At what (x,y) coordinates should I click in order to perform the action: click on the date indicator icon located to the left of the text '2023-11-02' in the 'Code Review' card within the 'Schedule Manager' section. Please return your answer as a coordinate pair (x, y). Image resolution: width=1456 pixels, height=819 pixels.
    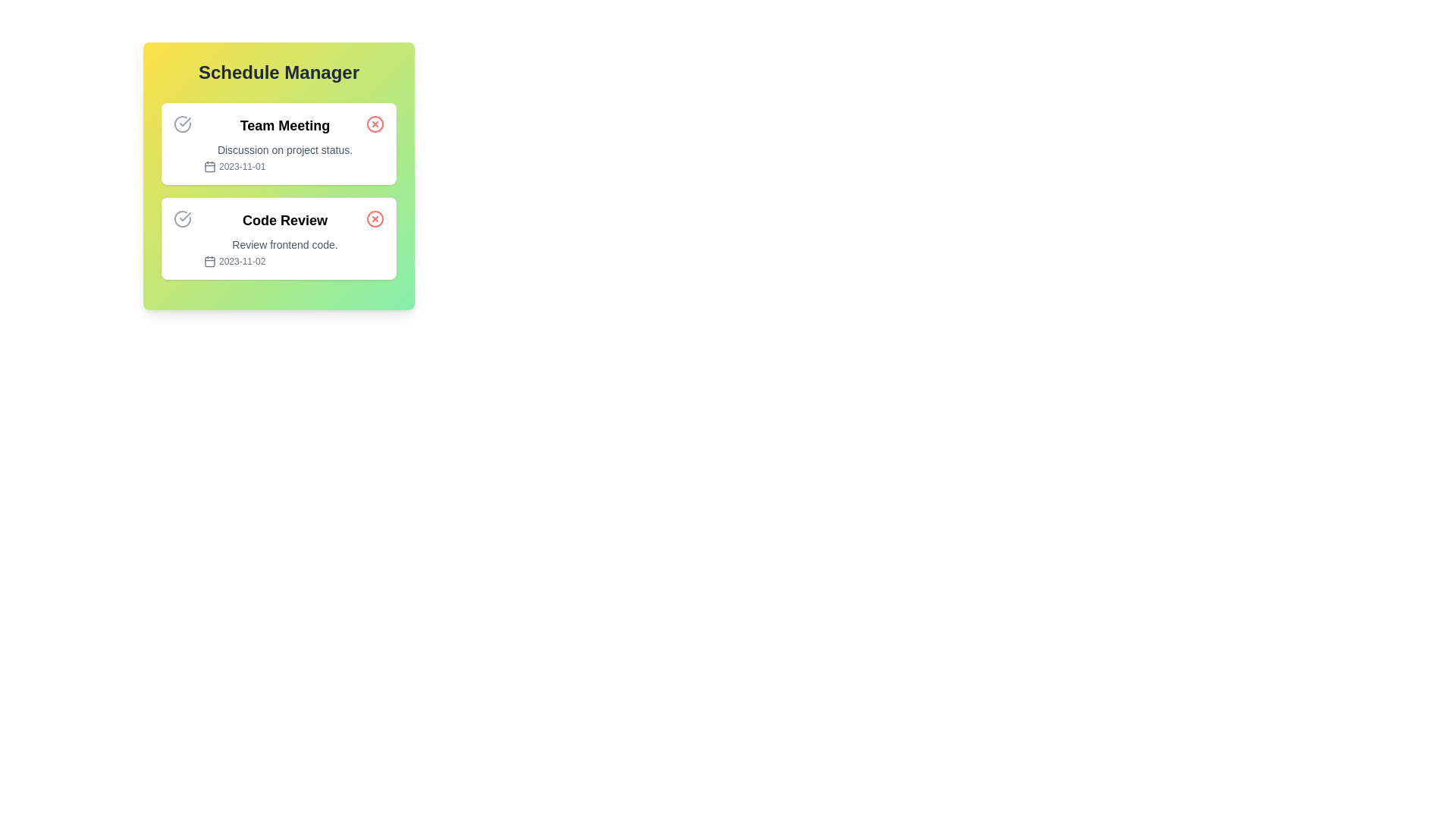
    Looking at the image, I should click on (209, 260).